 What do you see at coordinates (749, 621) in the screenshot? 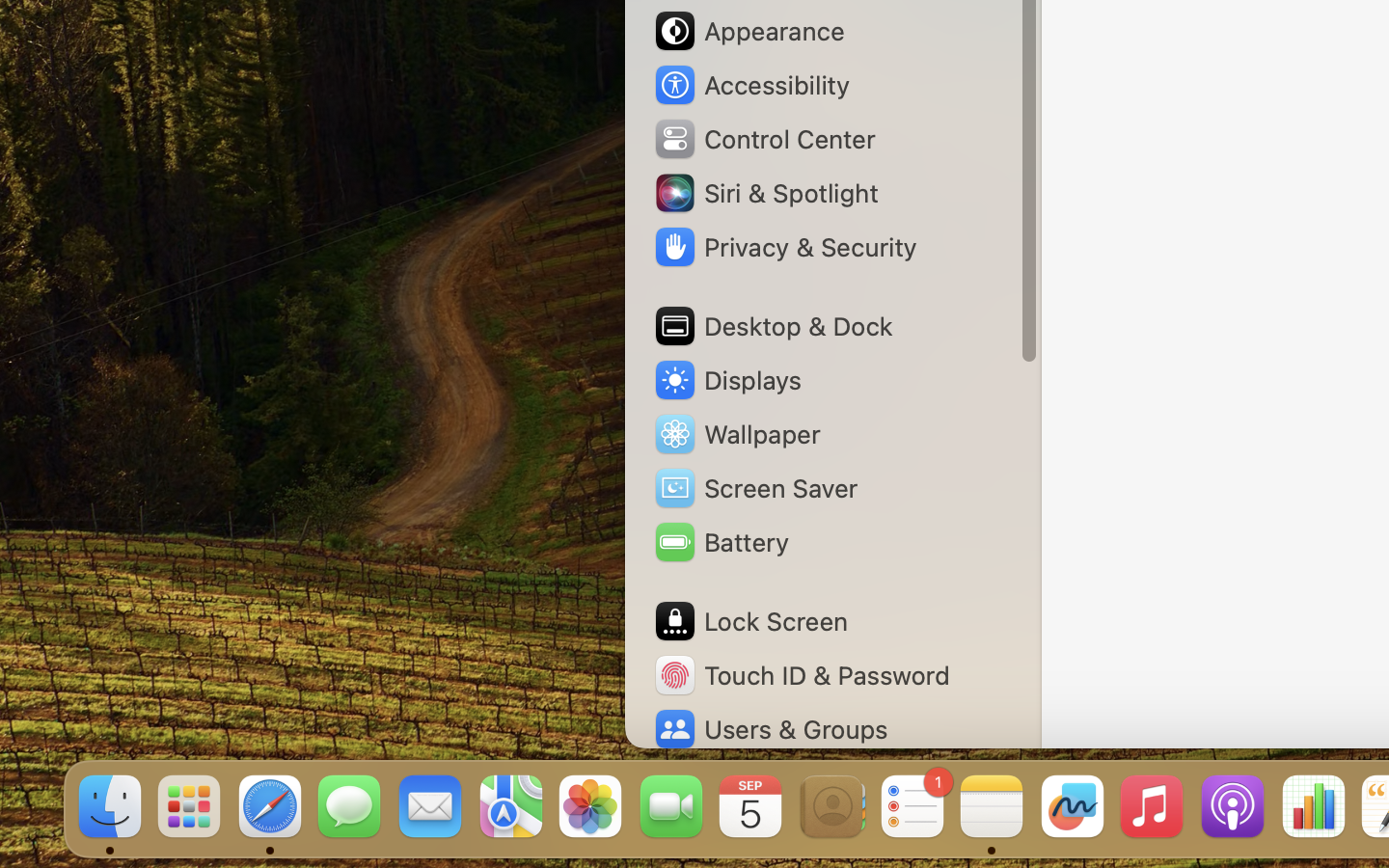
I see `'Lock Screen'` at bounding box center [749, 621].